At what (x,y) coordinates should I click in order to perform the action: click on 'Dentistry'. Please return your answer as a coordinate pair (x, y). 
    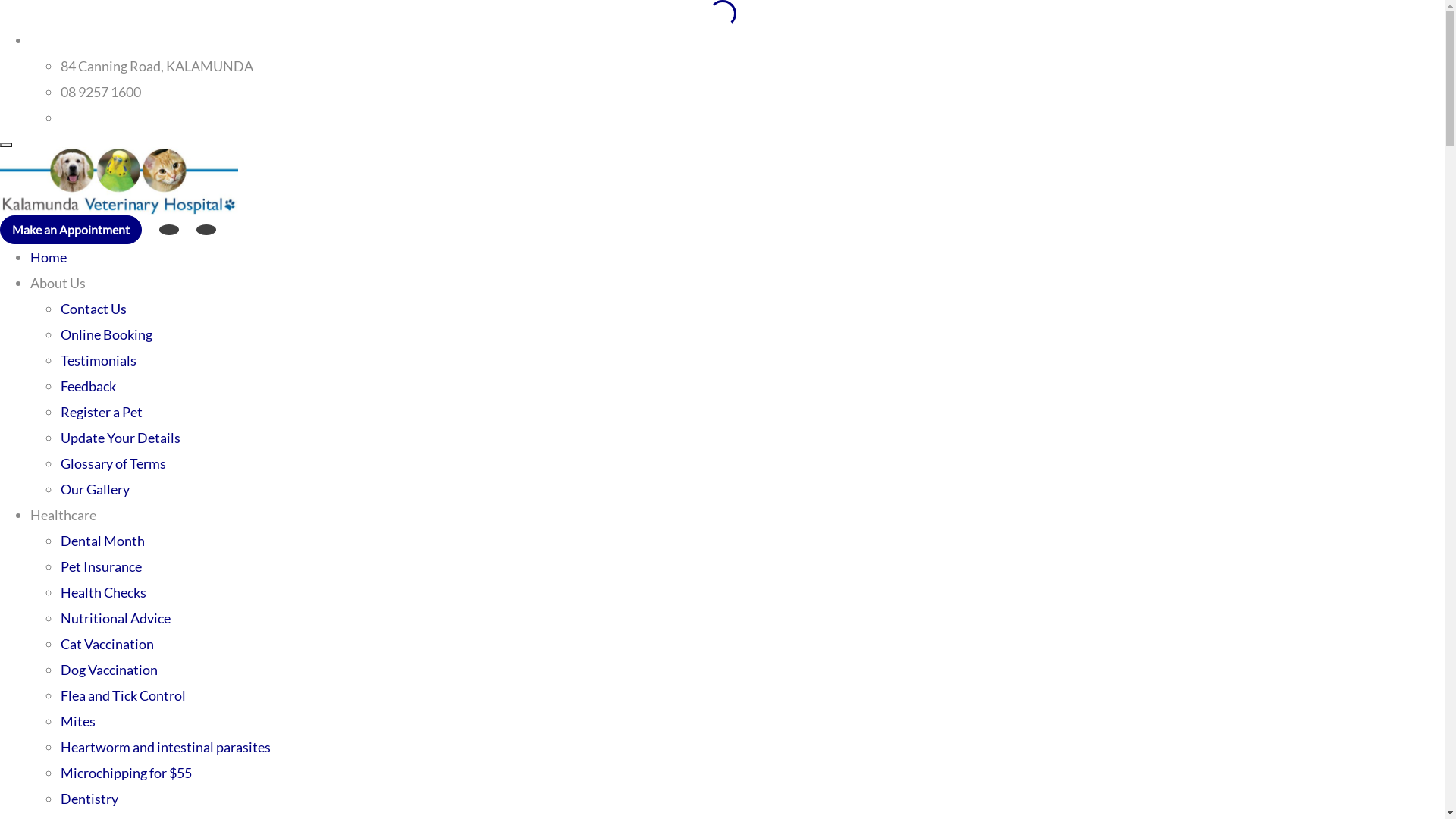
    Looking at the image, I should click on (89, 798).